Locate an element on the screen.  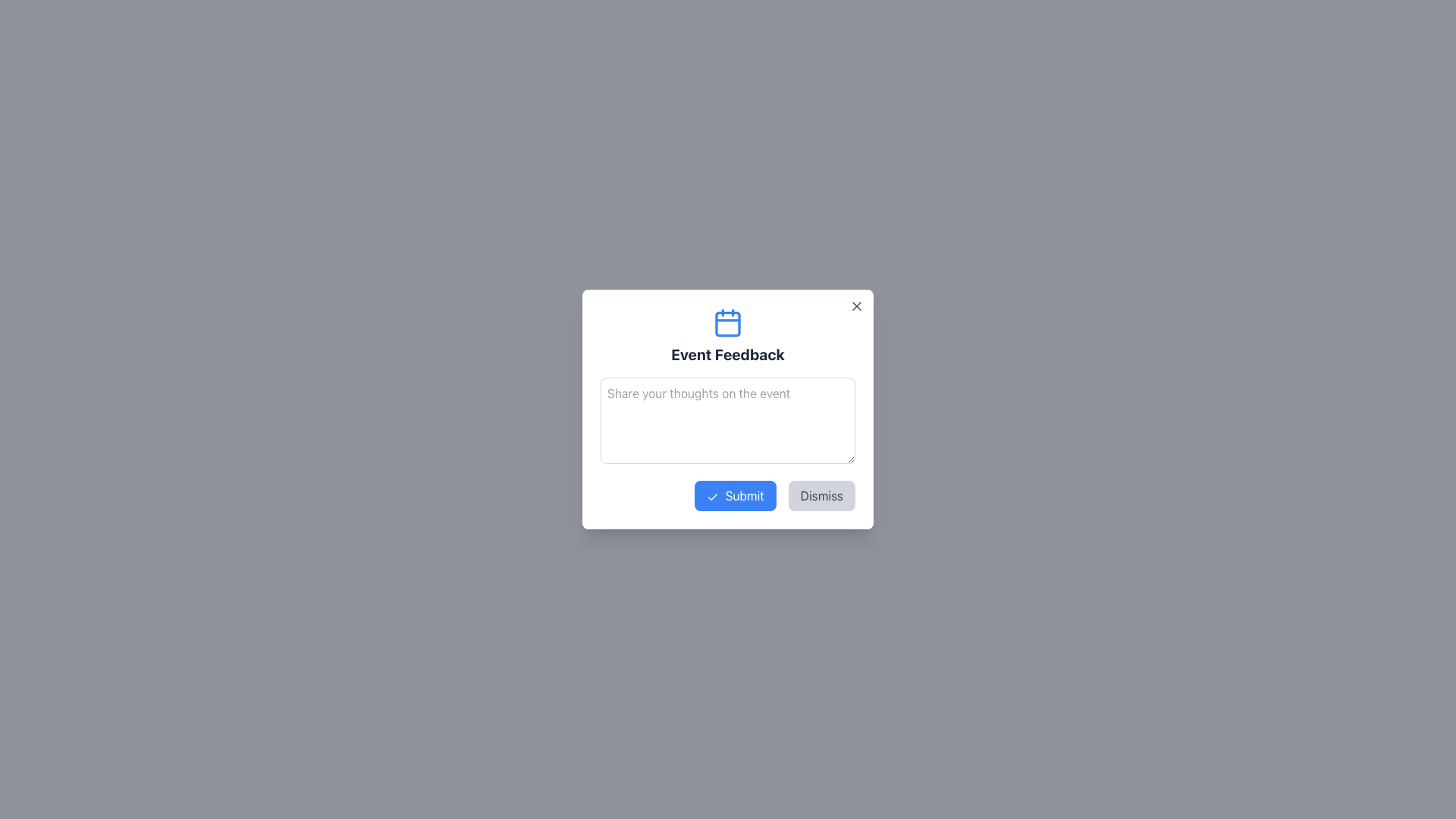
the checkmark icon that visually reinforces the submission of the form, located at the bottom-left section of the 'Submit' button in the modal interface is located at coordinates (712, 497).